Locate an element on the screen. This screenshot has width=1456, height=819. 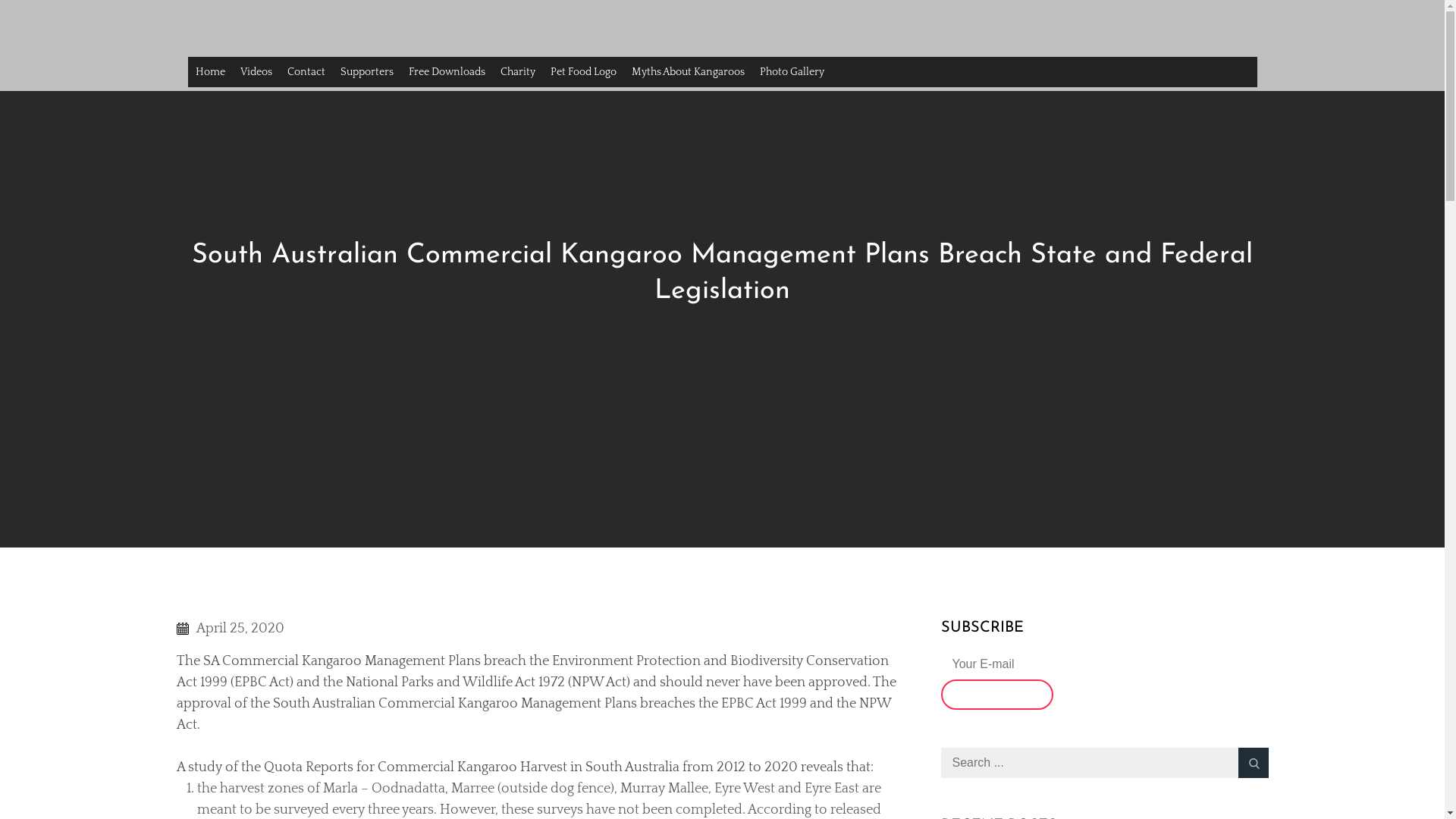
'Subscribe' is located at coordinates (939, 694).